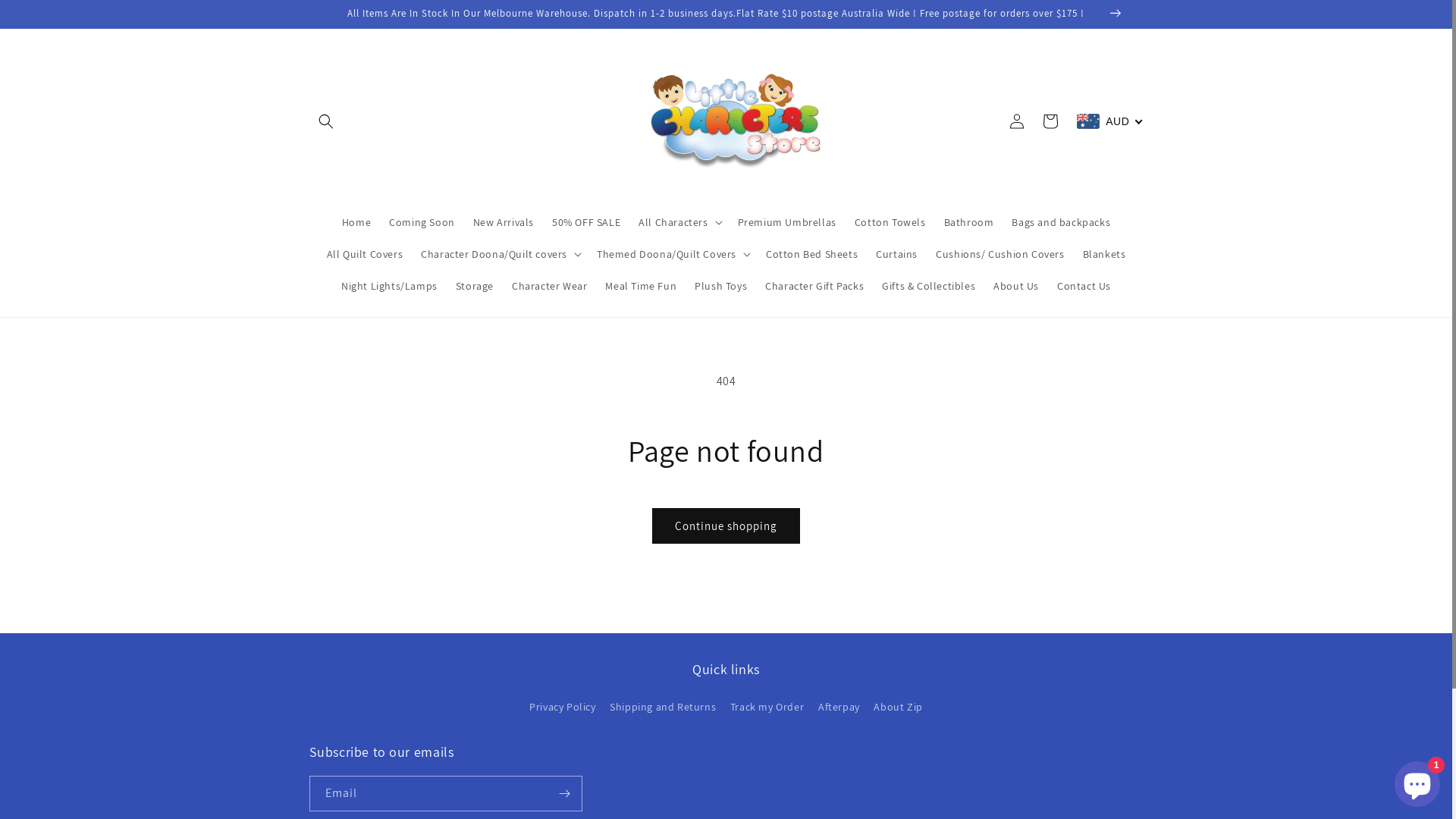 Image resolution: width=1456 pixels, height=819 pixels. Describe the element at coordinates (757, 253) in the screenshot. I see `'Cotton Bed Sheets'` at that location.